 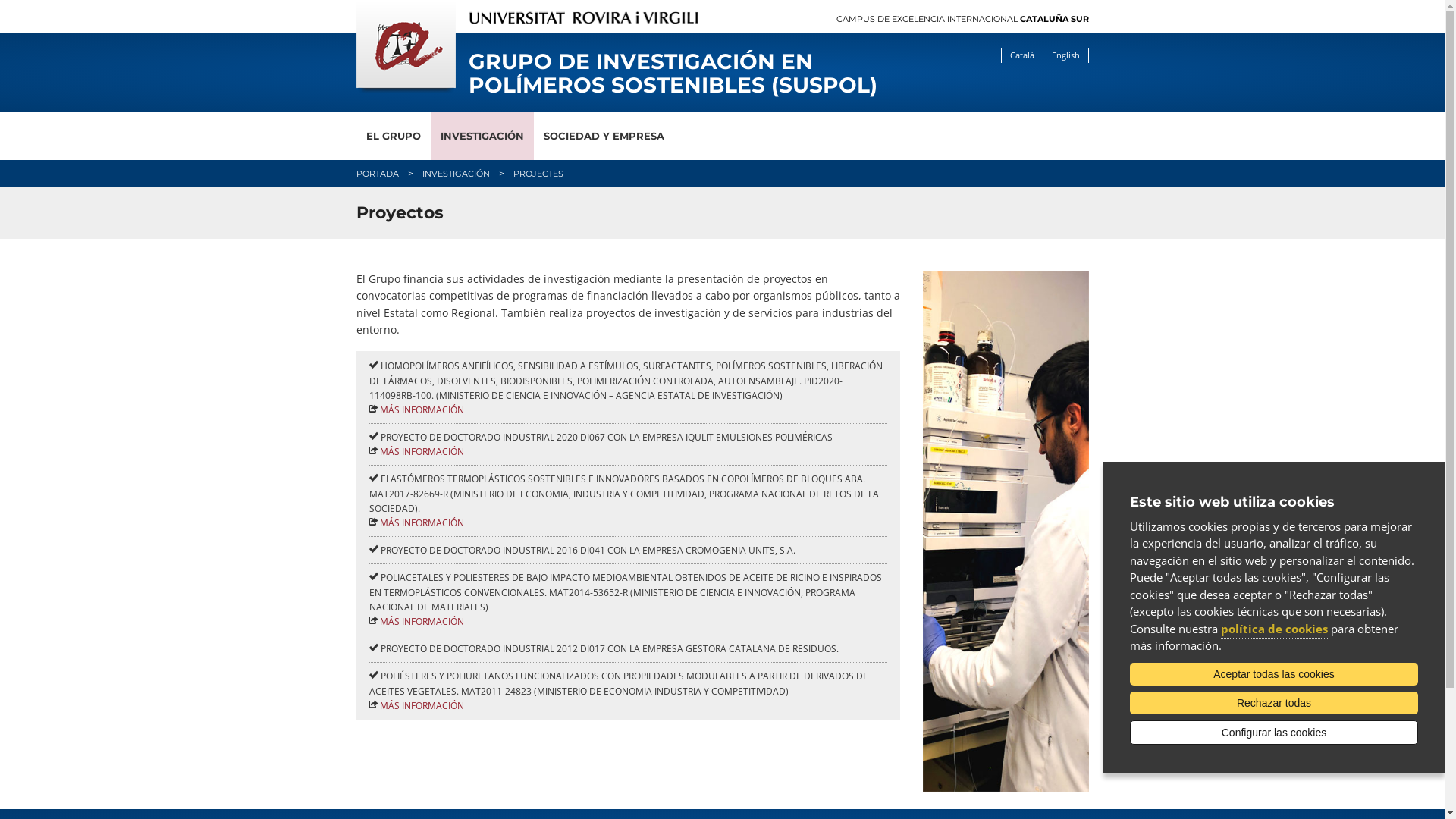 What do you see at coordinates (393, 135) in the screenshot?
I see `'EL GRUPO'` at bounding box center [393, 135].